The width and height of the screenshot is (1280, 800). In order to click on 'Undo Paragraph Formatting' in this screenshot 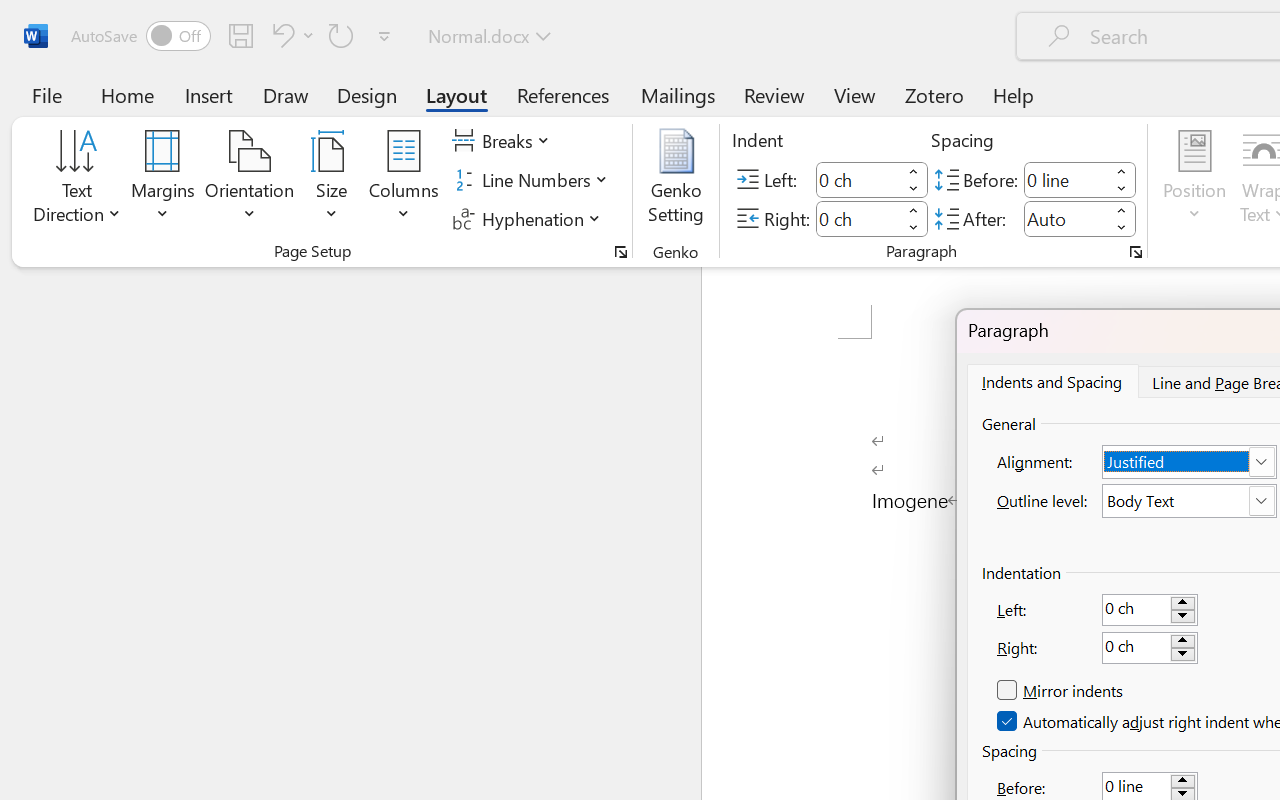, I will do `click(289, 34)`.